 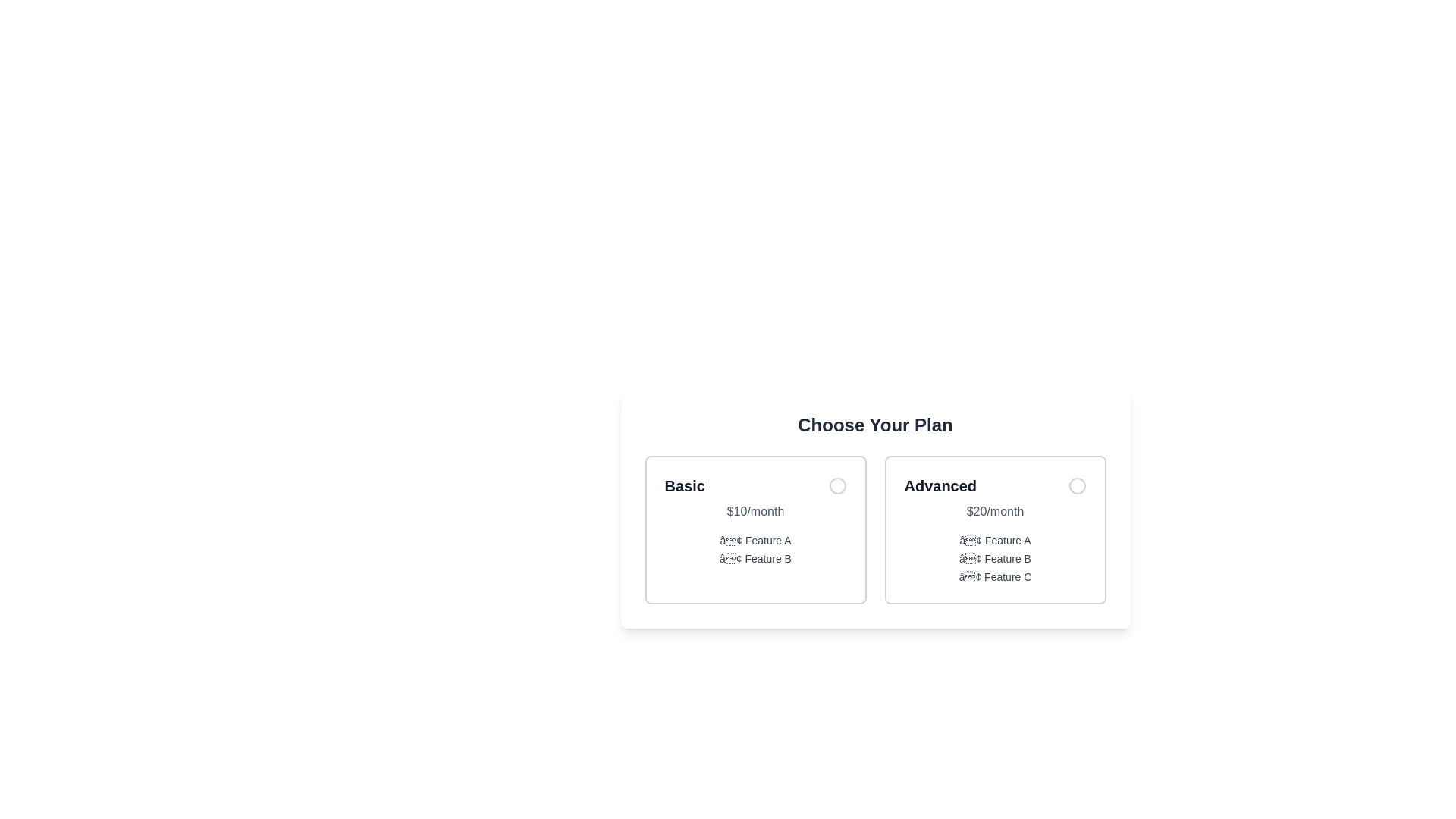 I want to click on the text element displaying '• Feature B', which is the second item in the vertical list of features under the 'Advanced' plan section, so click(x=995, y=558).